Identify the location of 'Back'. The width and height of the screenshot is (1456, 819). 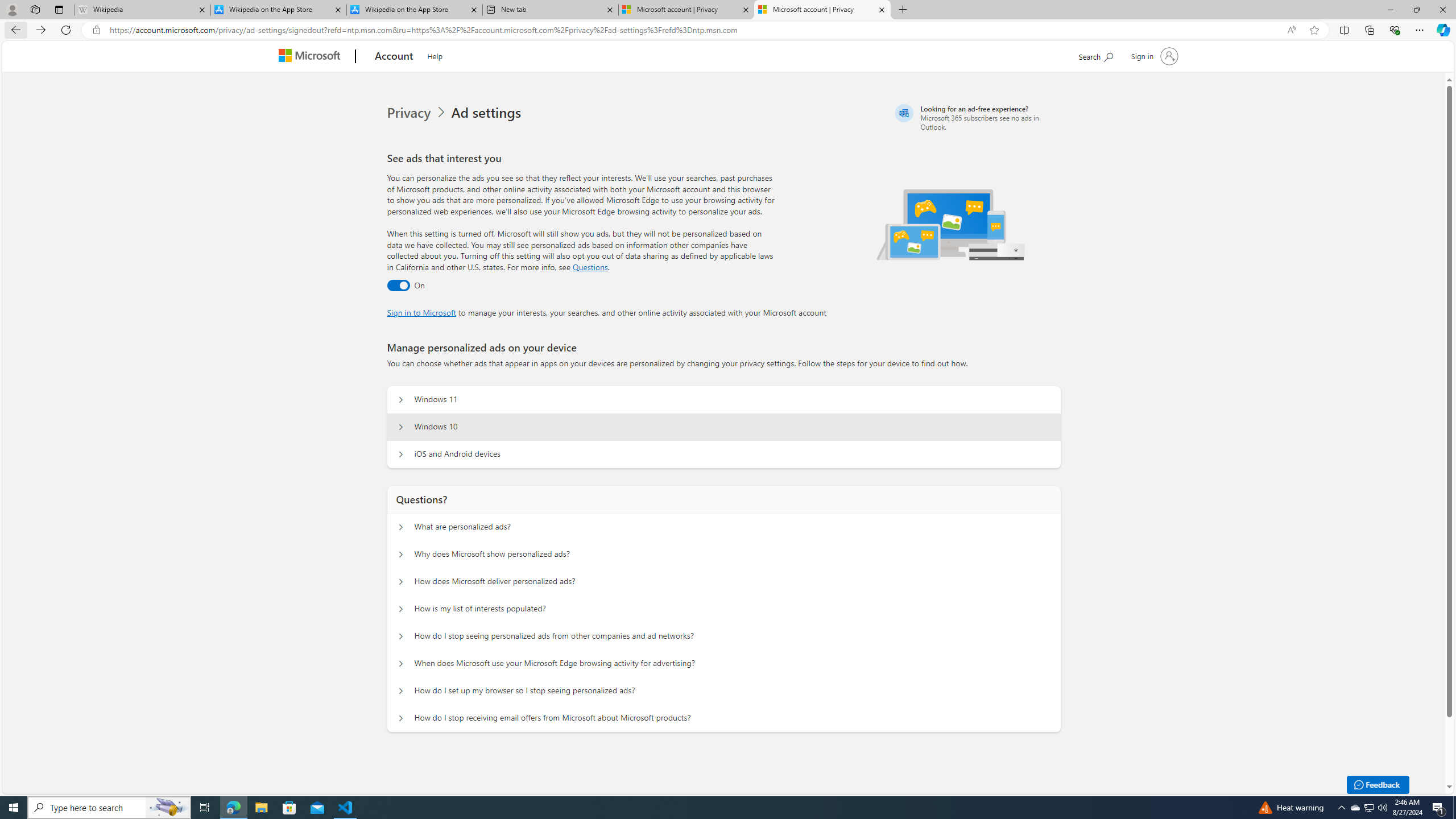
(14, 29).